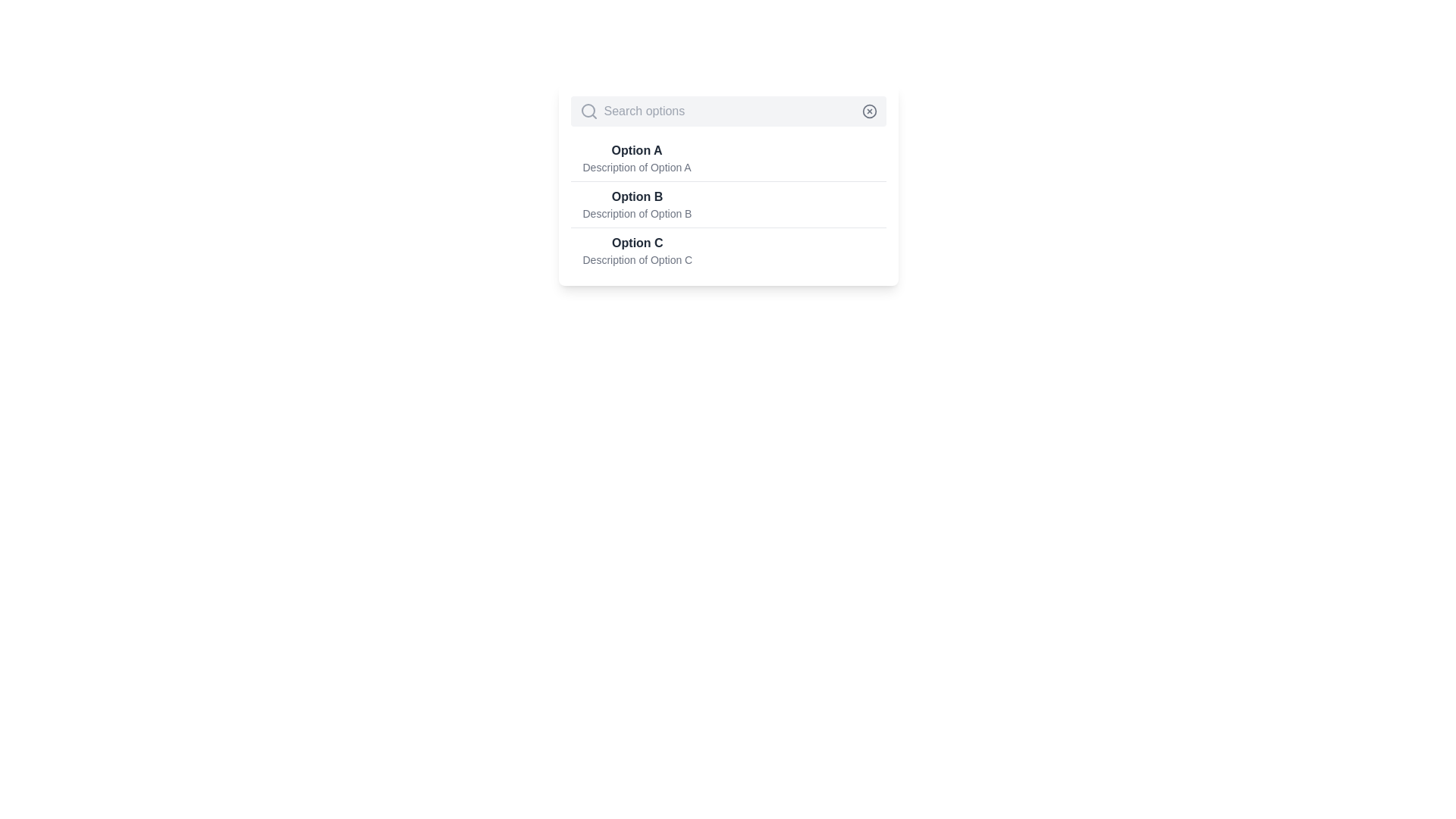 The width and height of the screenshot is (1456, 819). Describe the element at coordinates (637, 196) in the screenshot. I see `the selectable option in the dropdown menu located in the second row, between 'Option A' and 'Option C'` at that location.